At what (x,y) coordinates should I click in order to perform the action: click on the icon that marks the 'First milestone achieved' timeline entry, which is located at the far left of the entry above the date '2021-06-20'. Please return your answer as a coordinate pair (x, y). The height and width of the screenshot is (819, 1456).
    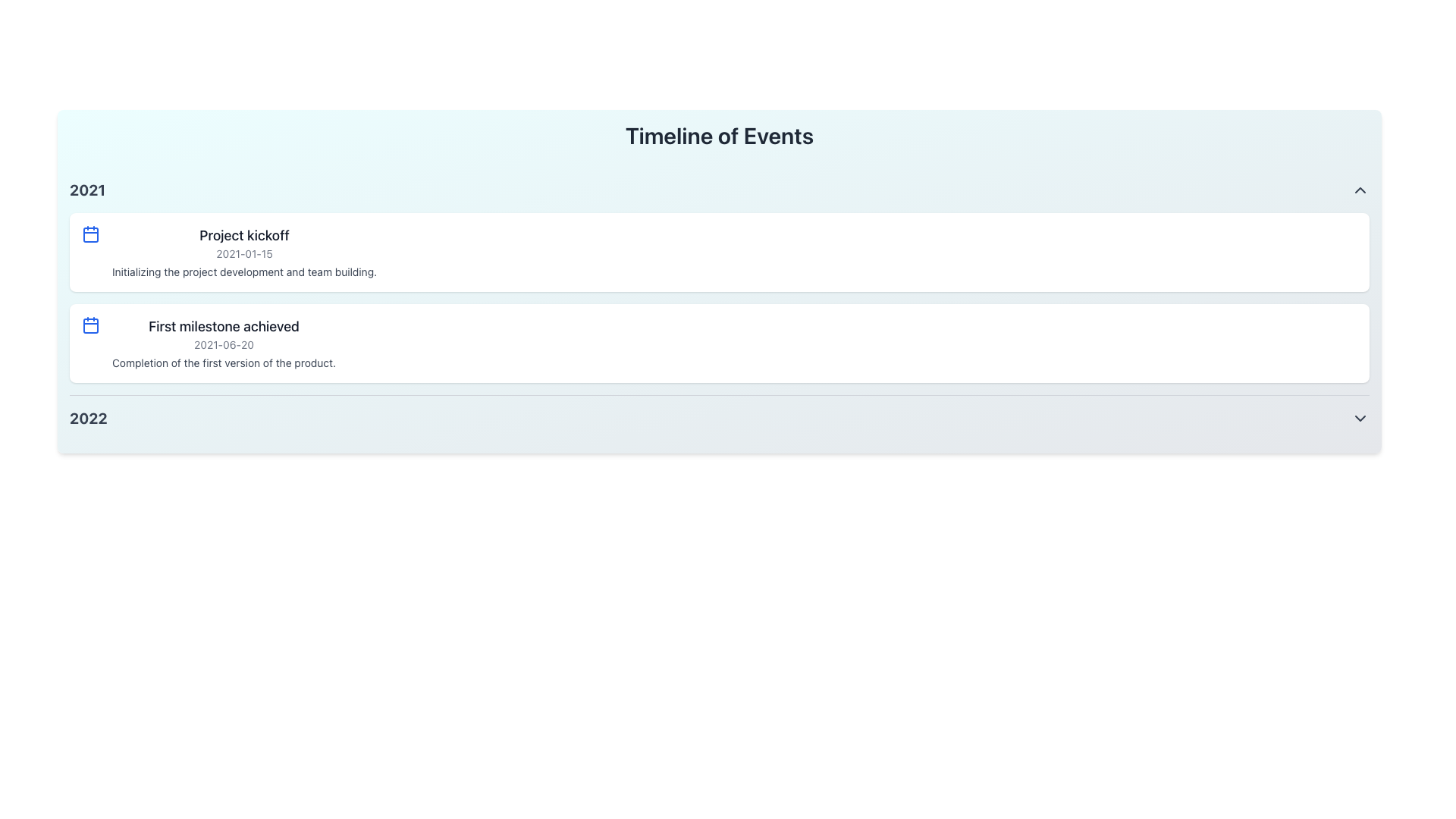
    Looking at the image, I should click on (90, 324).